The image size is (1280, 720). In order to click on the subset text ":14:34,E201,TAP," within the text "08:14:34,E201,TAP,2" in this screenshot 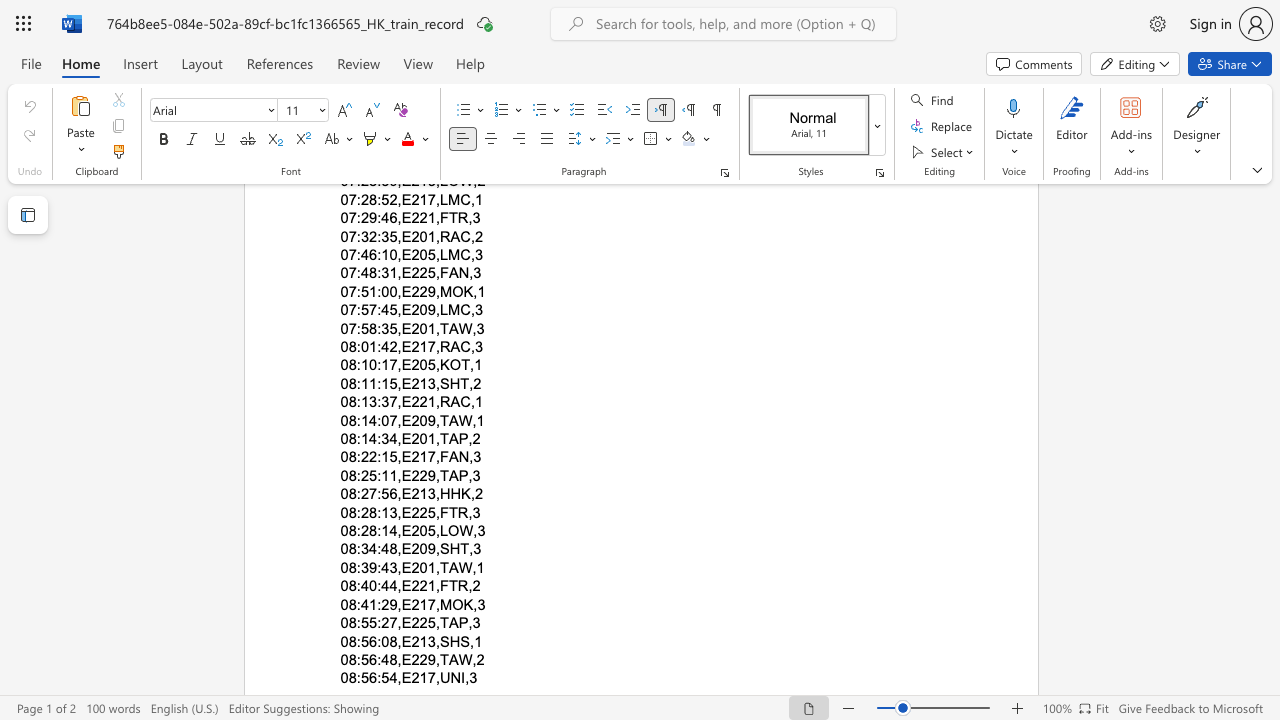, I will do `click(356, 438)`.